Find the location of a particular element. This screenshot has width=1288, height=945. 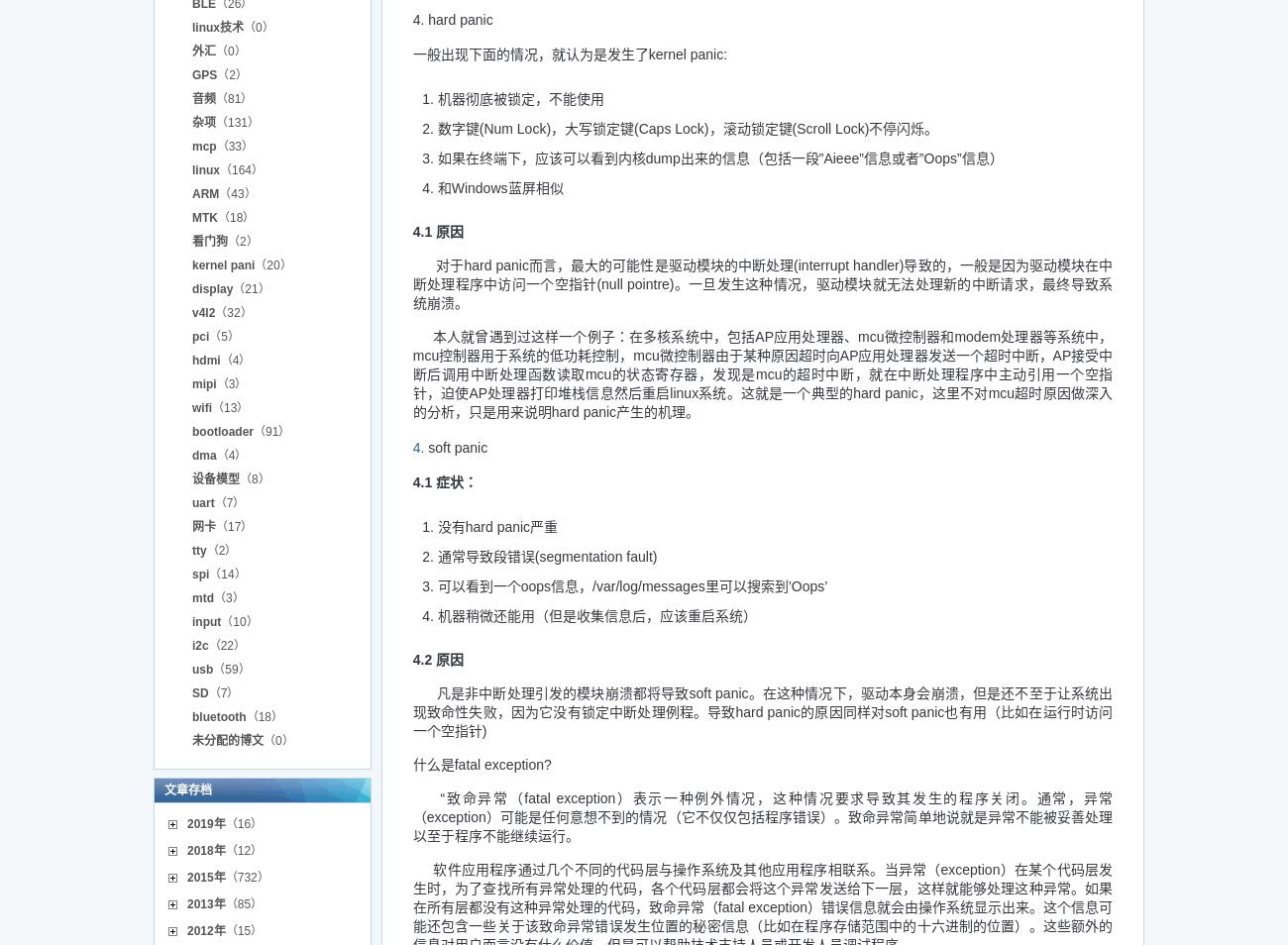

'没有hard panic严重' is located at coordinates (497, 526).